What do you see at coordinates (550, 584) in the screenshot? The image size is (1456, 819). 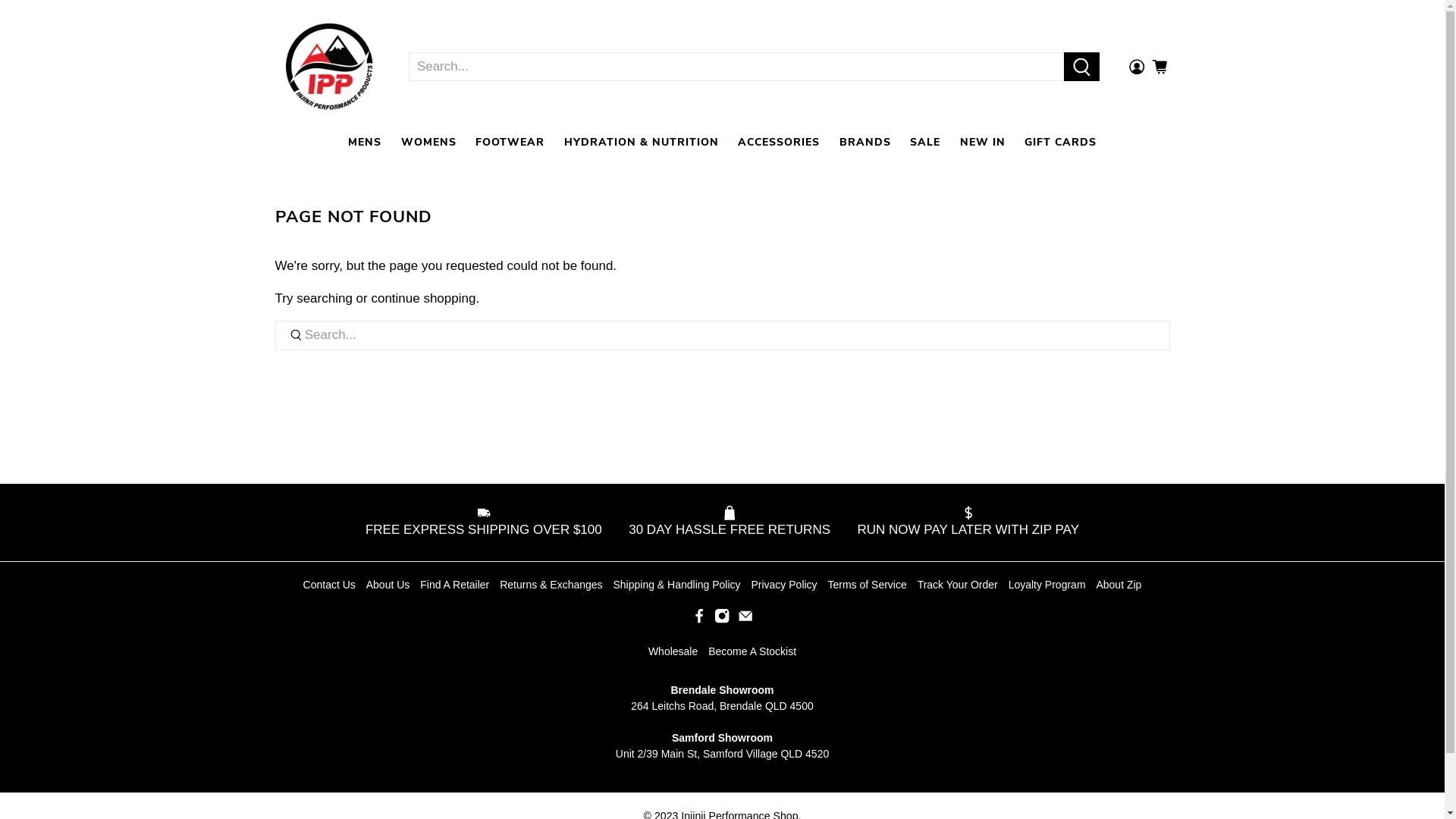 I see `'Returns & Exchanges'` at bounding box center [550, 584].